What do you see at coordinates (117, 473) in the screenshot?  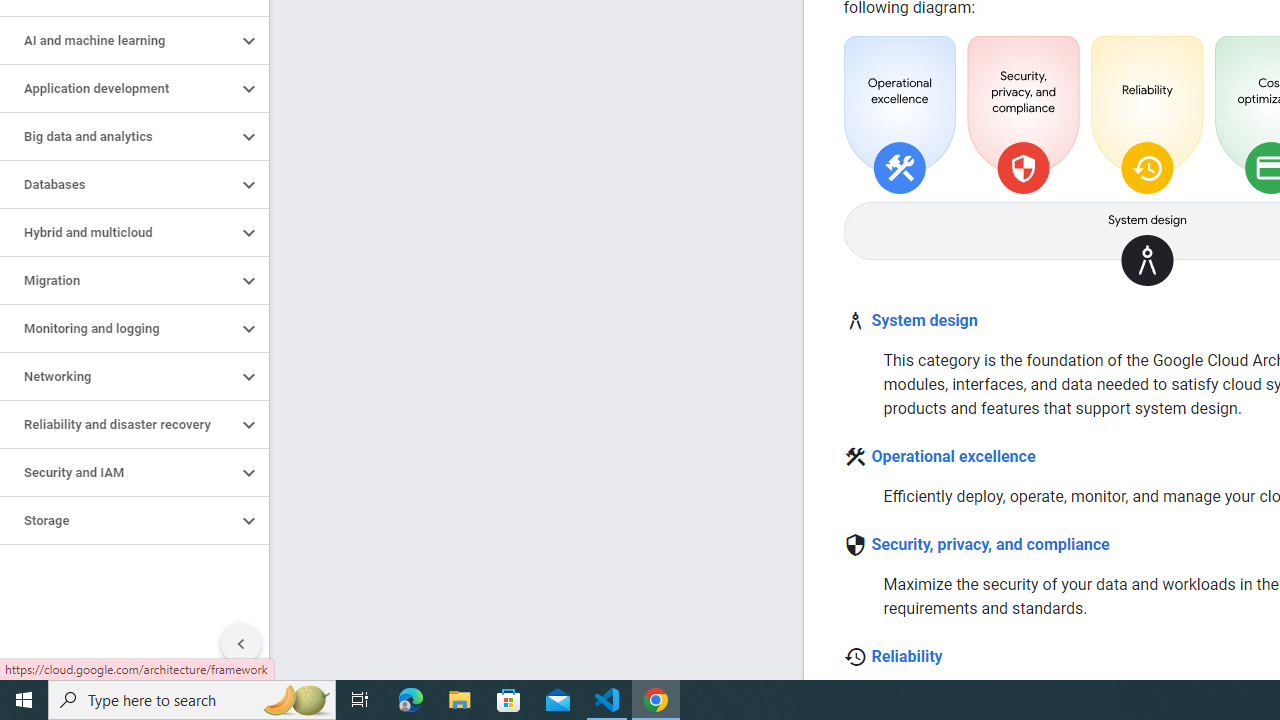 I see `'Security and IAM'` at bounding box center [117, 473].